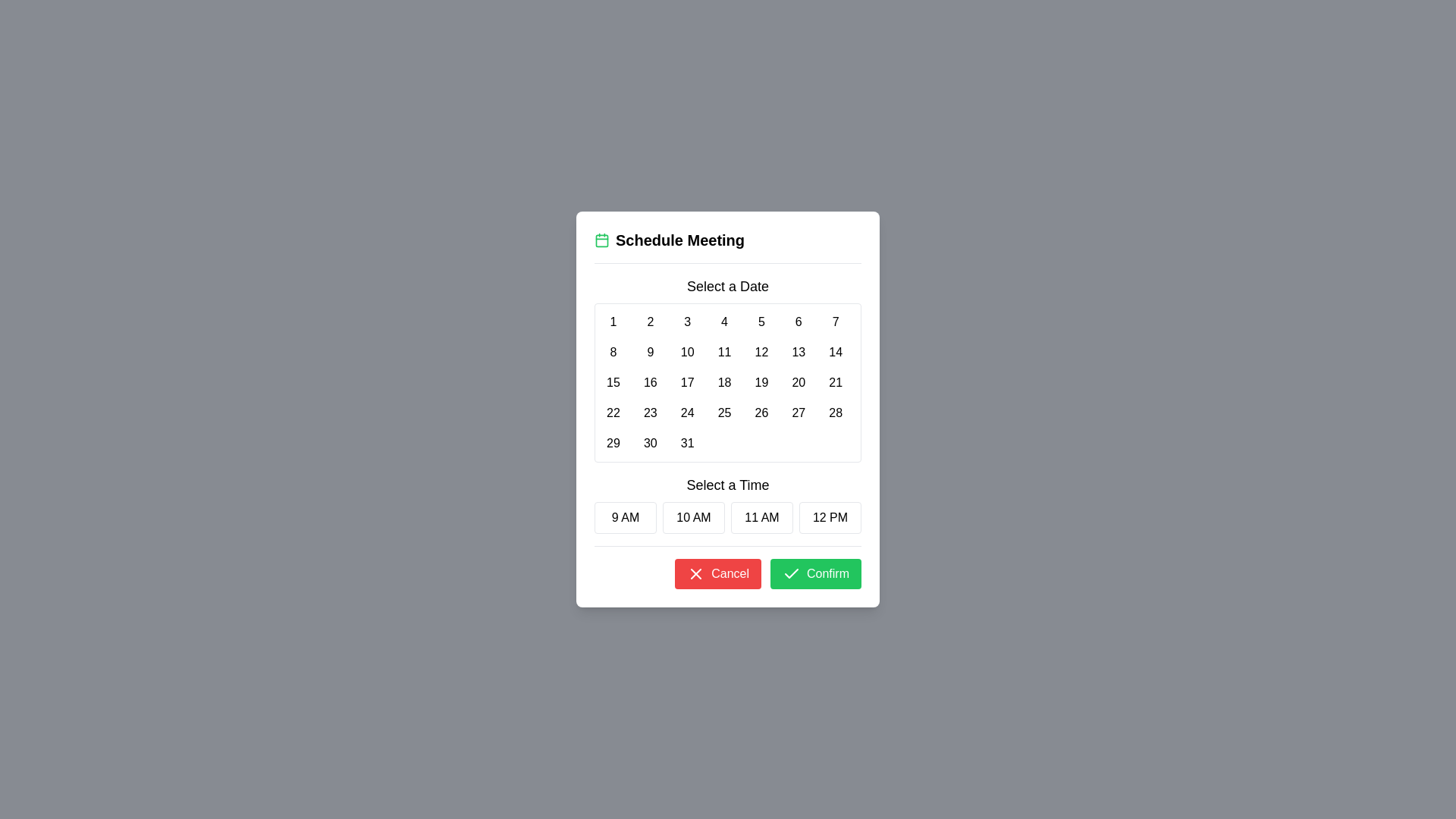 The image size is (1456, 819). Describe the element at coordinates (650, 413) in the screenshot. I see `the selectable date button representing the date '23' in the calendar interface, located in the 5th row and 2nd column of the grid` at that location.